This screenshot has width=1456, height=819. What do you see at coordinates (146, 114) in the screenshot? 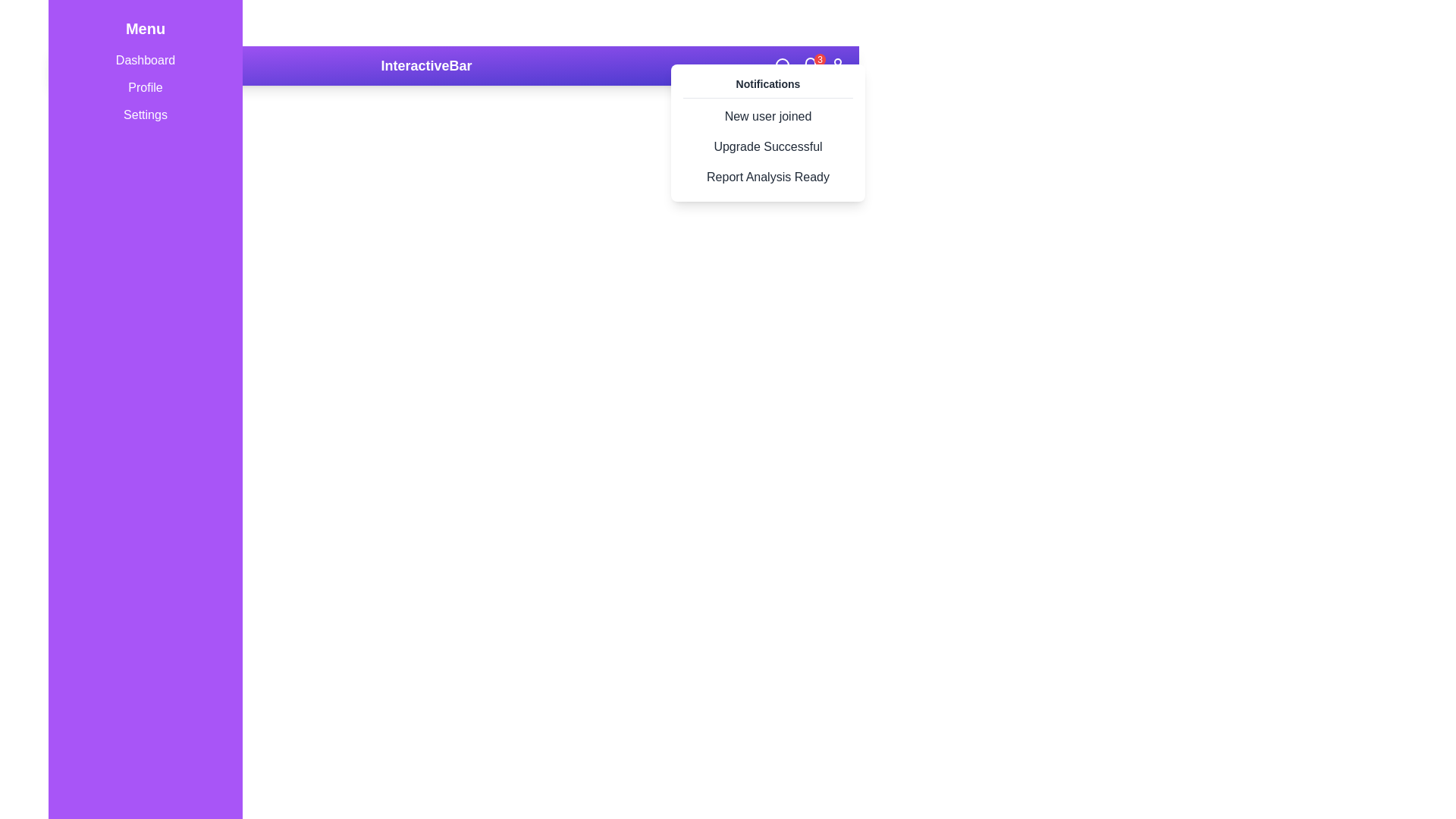
I see `the 'Settings' text-based navigation menu item, which is styled in white font on a purple background, located as the third item in the vertical sidebar menu on the left` at bounding box center [146, 114].